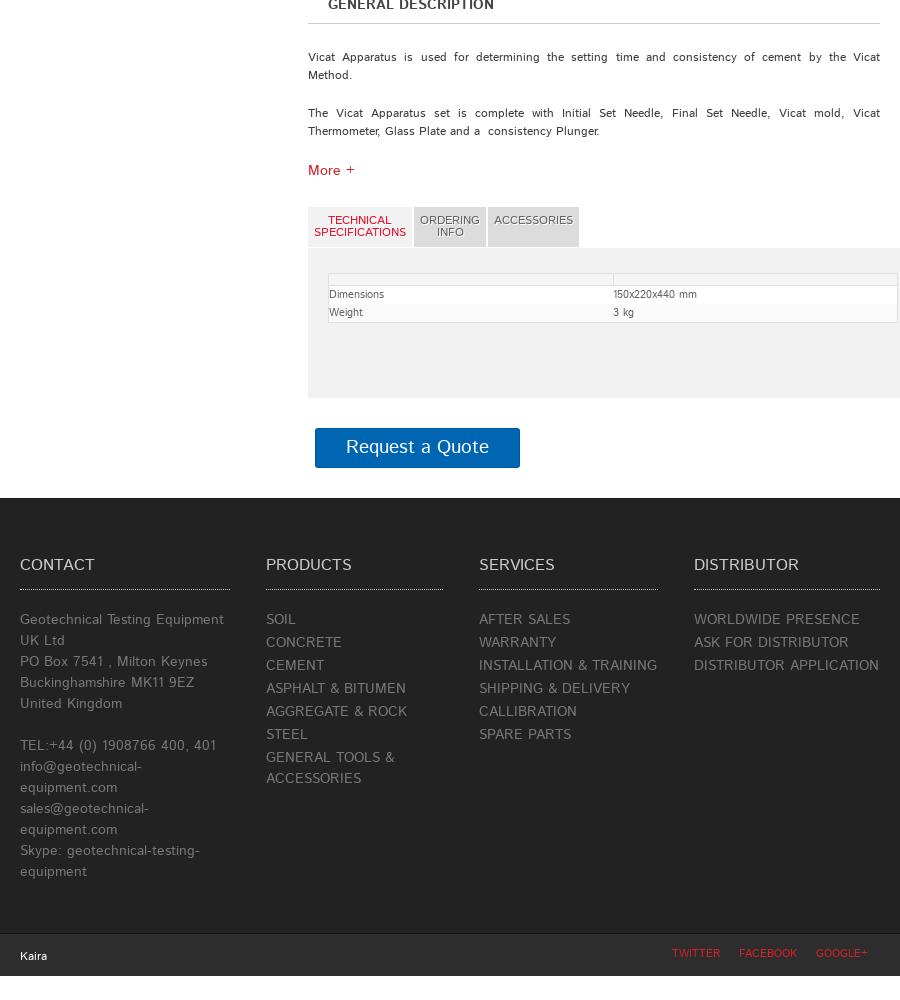 The height and width of the screenshot is (1000, 900). Describe the element at coordinates (122, 619) in the screenshot. I see `'Geotechnical Testing Equipment'` at that location.